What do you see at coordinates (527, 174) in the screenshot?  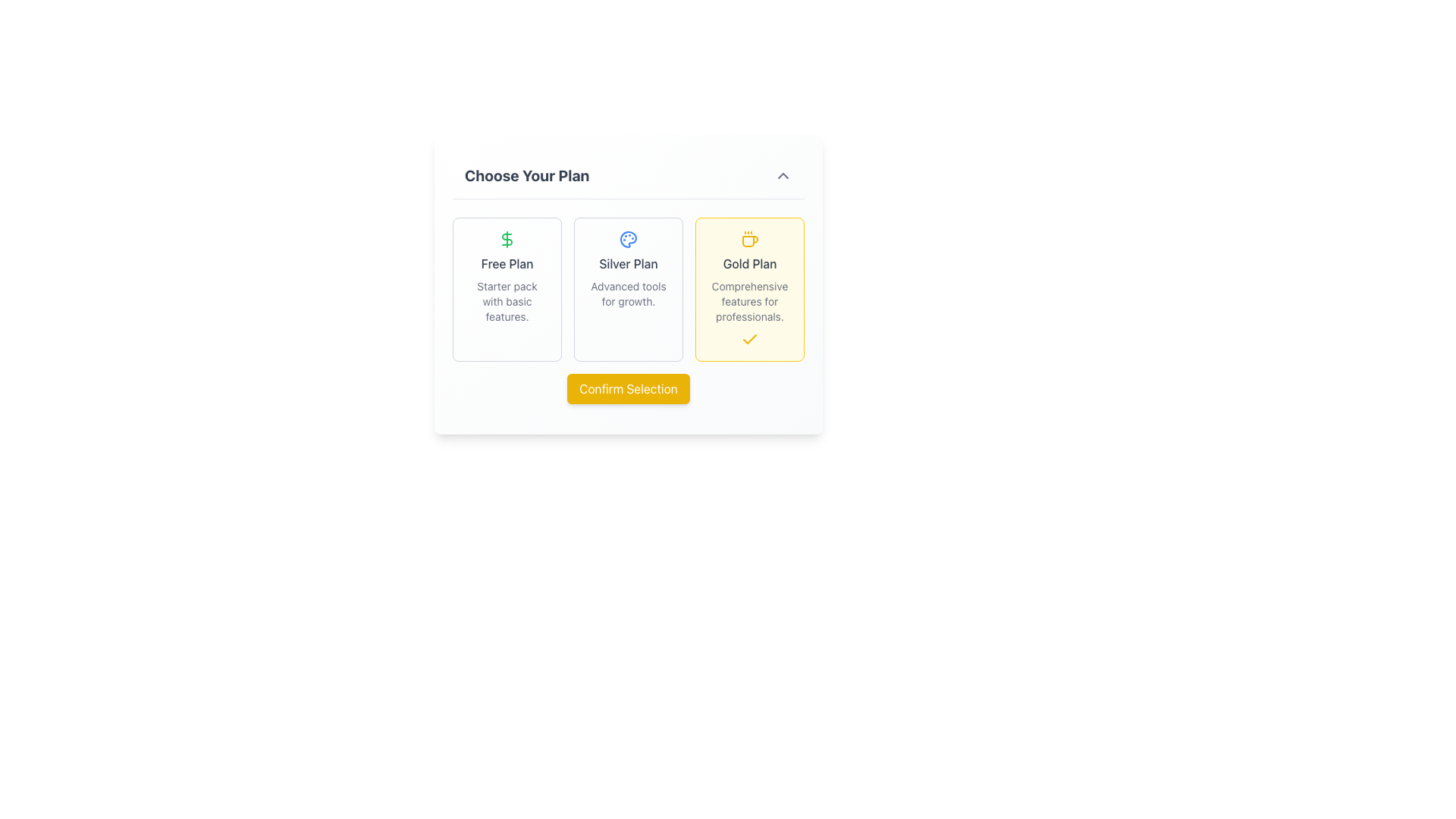 I see `Text Label that serves as a title or heading for the section, located in the header section of the card layout to the left of the expansion indicator icon` at bounding box center [527, 174].